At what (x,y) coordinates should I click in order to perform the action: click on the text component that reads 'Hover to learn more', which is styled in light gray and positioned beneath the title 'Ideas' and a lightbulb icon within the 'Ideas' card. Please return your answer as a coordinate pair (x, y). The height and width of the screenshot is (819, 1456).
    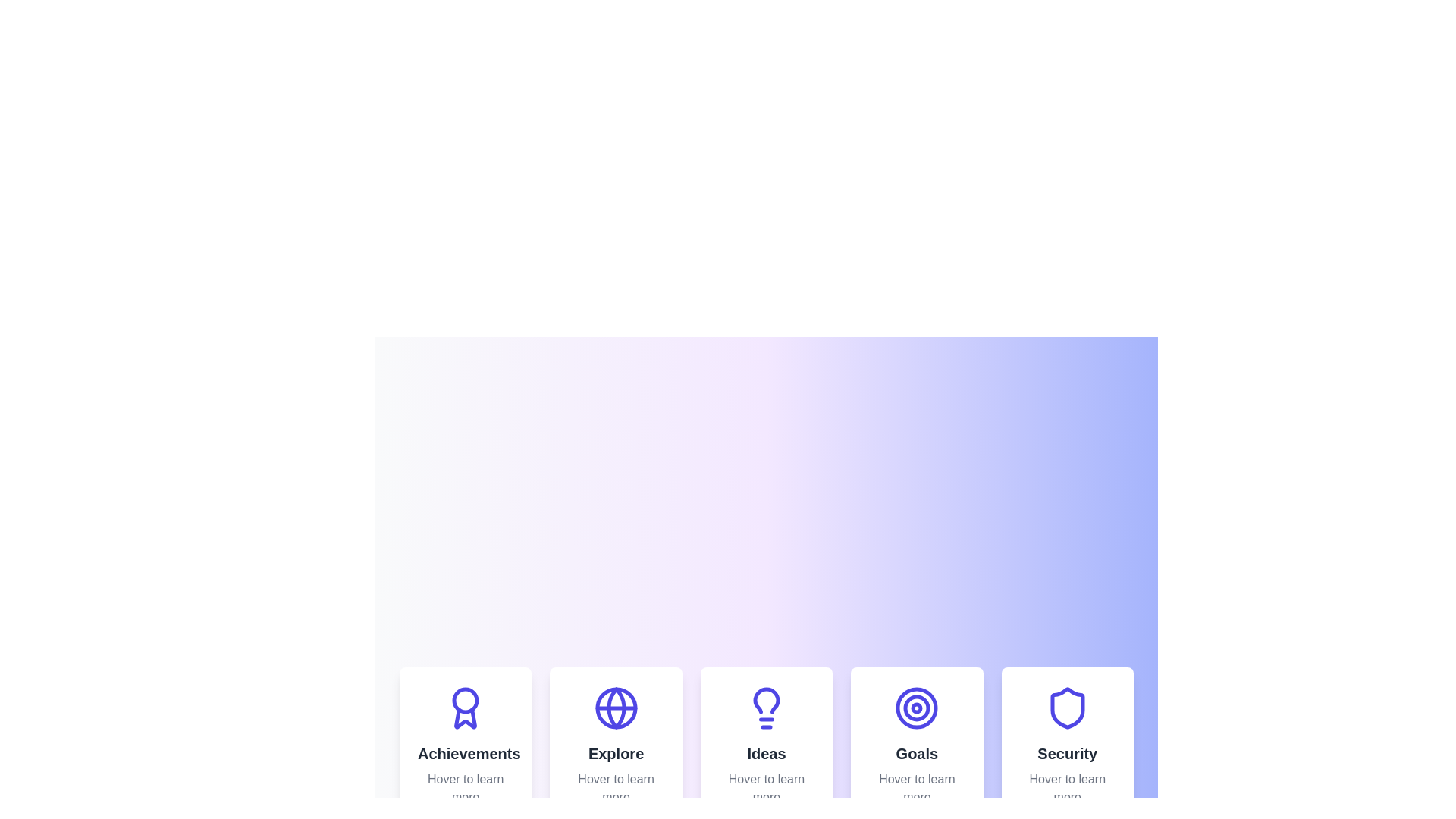
    Looking at the image, I should click on (767, 788).